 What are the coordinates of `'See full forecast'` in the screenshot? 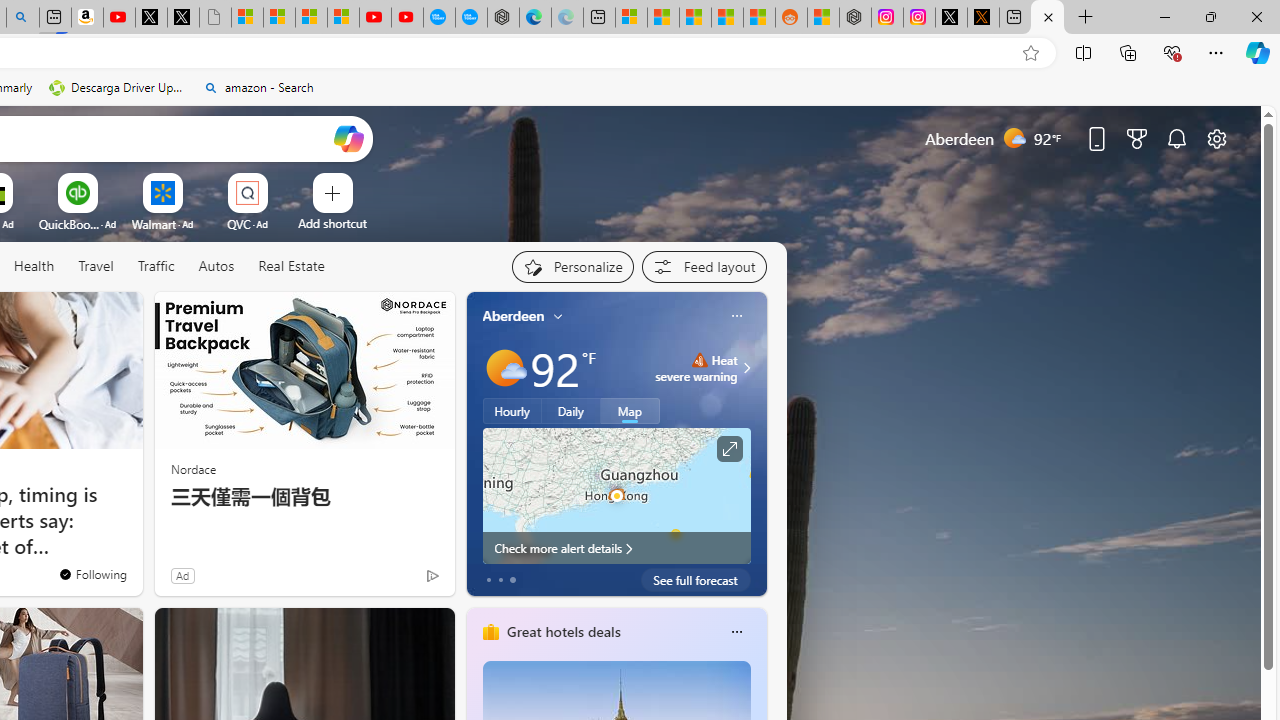 It's located at (695, 579).